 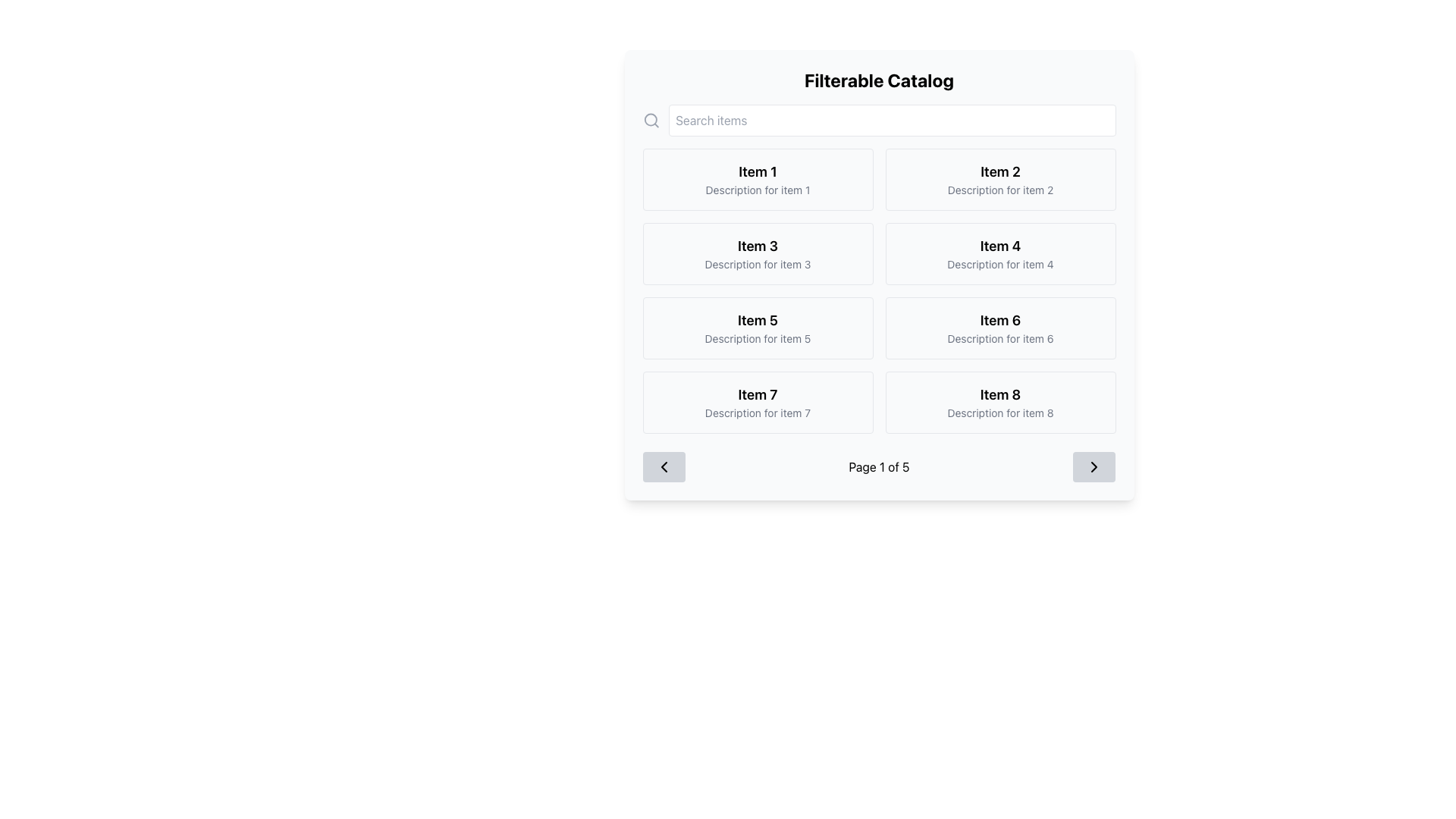 What do you see at coordinates (758, 253) in the screenshot?
I see `the rectangular card titled 'Item 3' that contains the description 'Description for item 3', located in the second row and first column of the grid layout` at bounding box center [758, 253].